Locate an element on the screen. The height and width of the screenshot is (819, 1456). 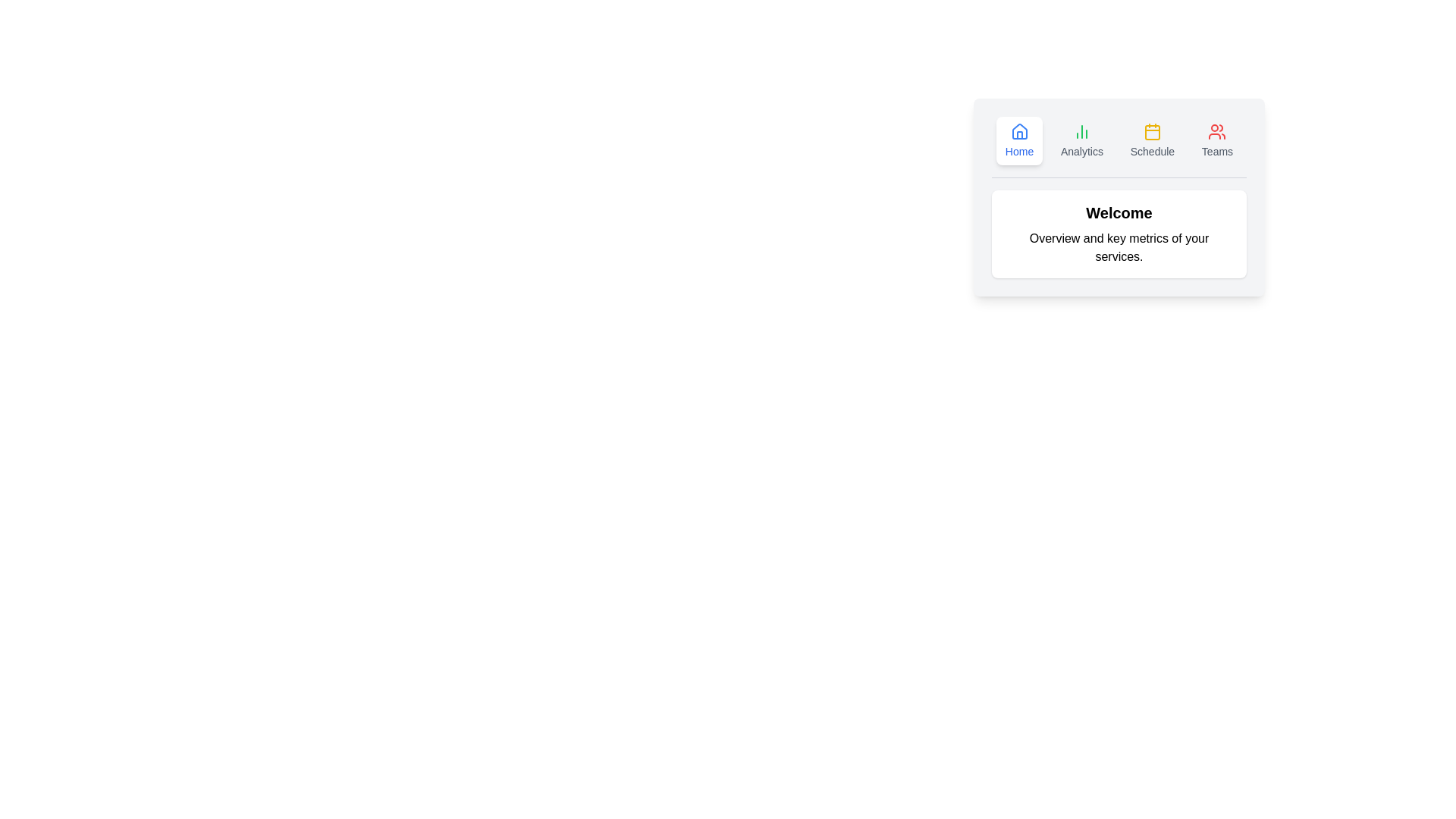
the 'Schedule' icon in the navigation menu is located at coordinates (1152, 130).